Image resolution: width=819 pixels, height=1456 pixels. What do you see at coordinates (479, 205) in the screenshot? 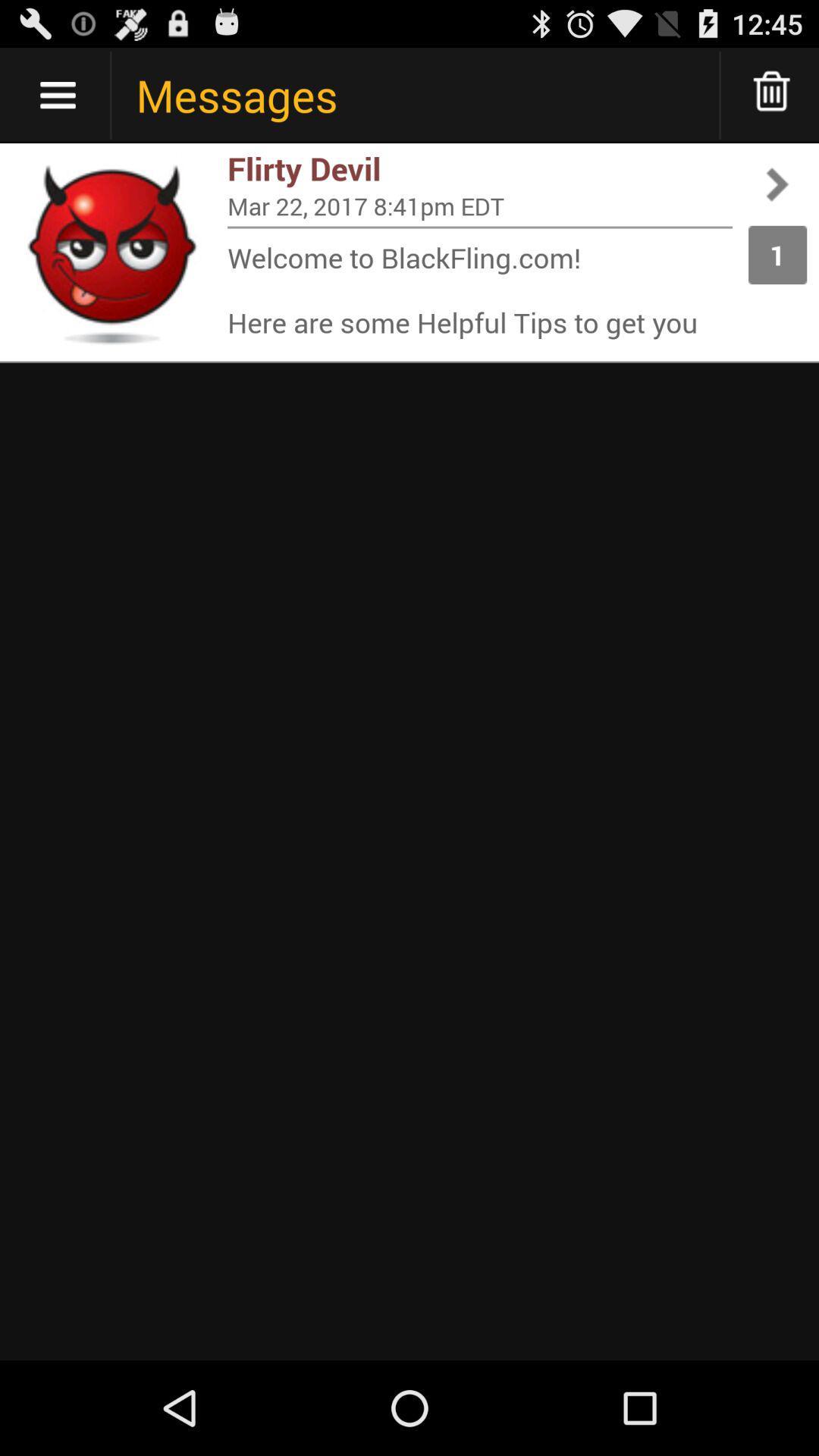
I see `app to the left of the 1 item` at bounding box center [479, 205].